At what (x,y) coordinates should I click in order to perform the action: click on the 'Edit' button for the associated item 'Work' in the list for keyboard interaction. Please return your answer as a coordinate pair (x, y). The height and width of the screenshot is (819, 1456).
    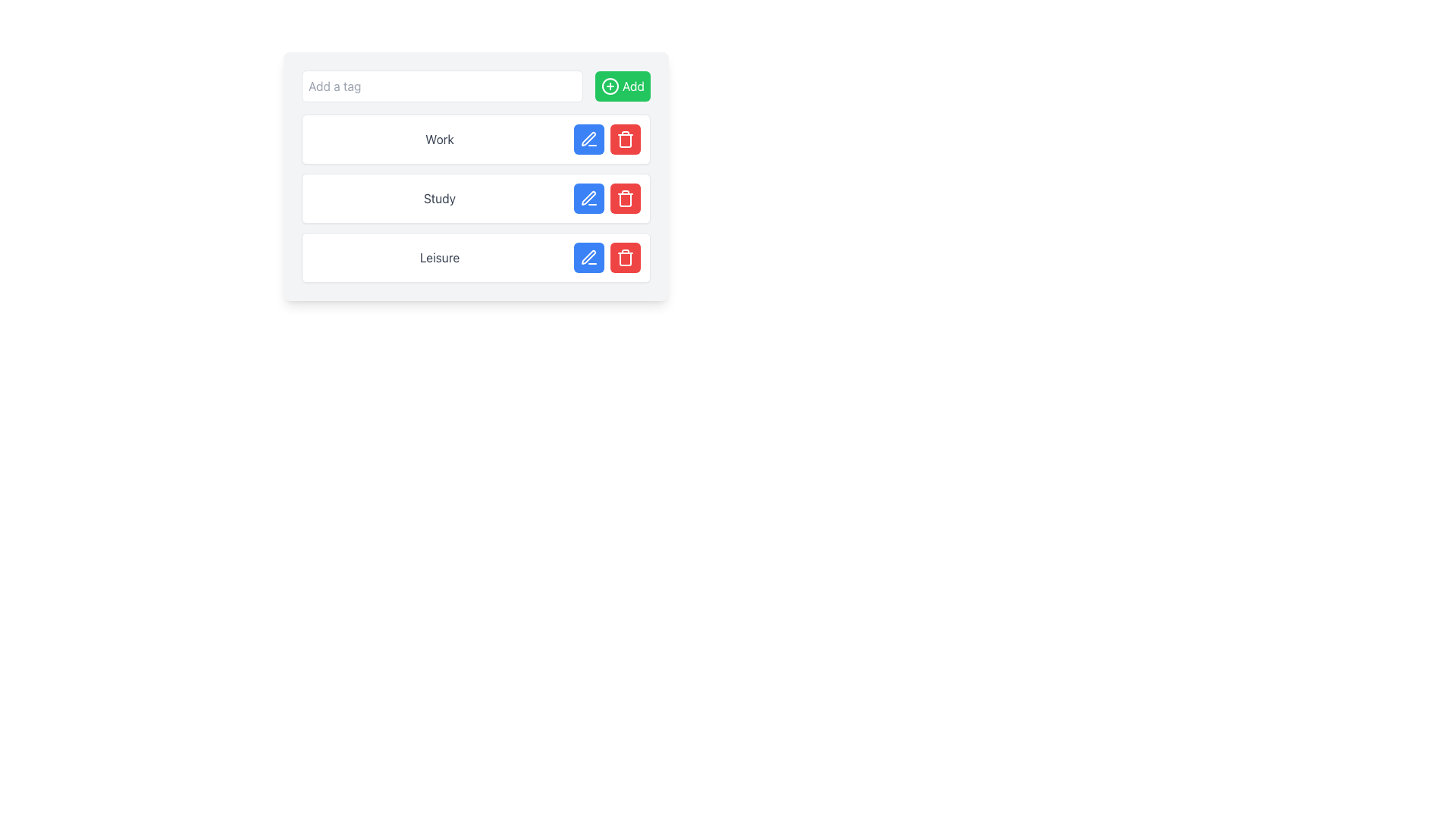
    Looking at the image, I should click on (588, 140).